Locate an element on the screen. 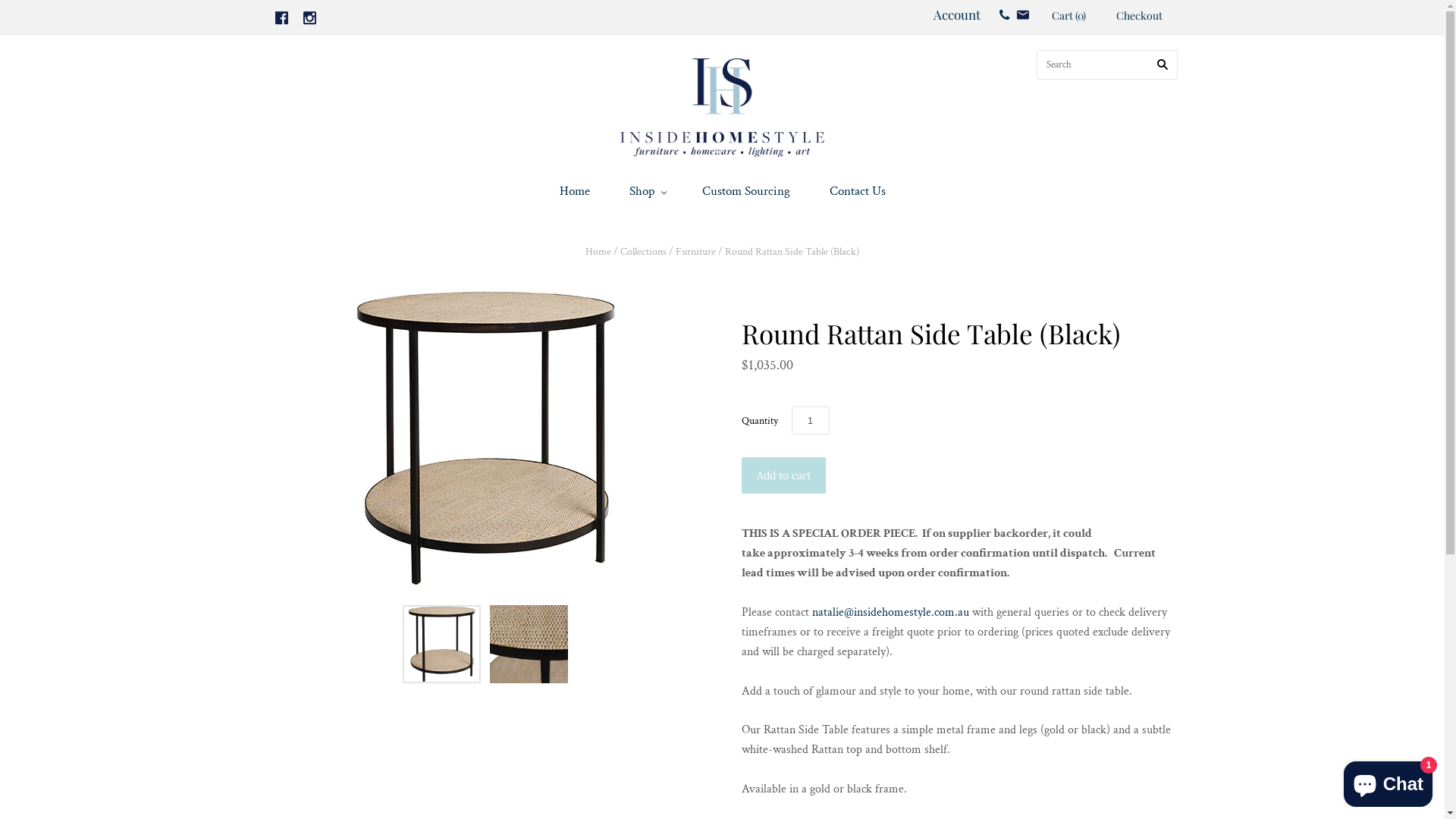  'Custom Sourcing' is located at coordinates (745, 190).